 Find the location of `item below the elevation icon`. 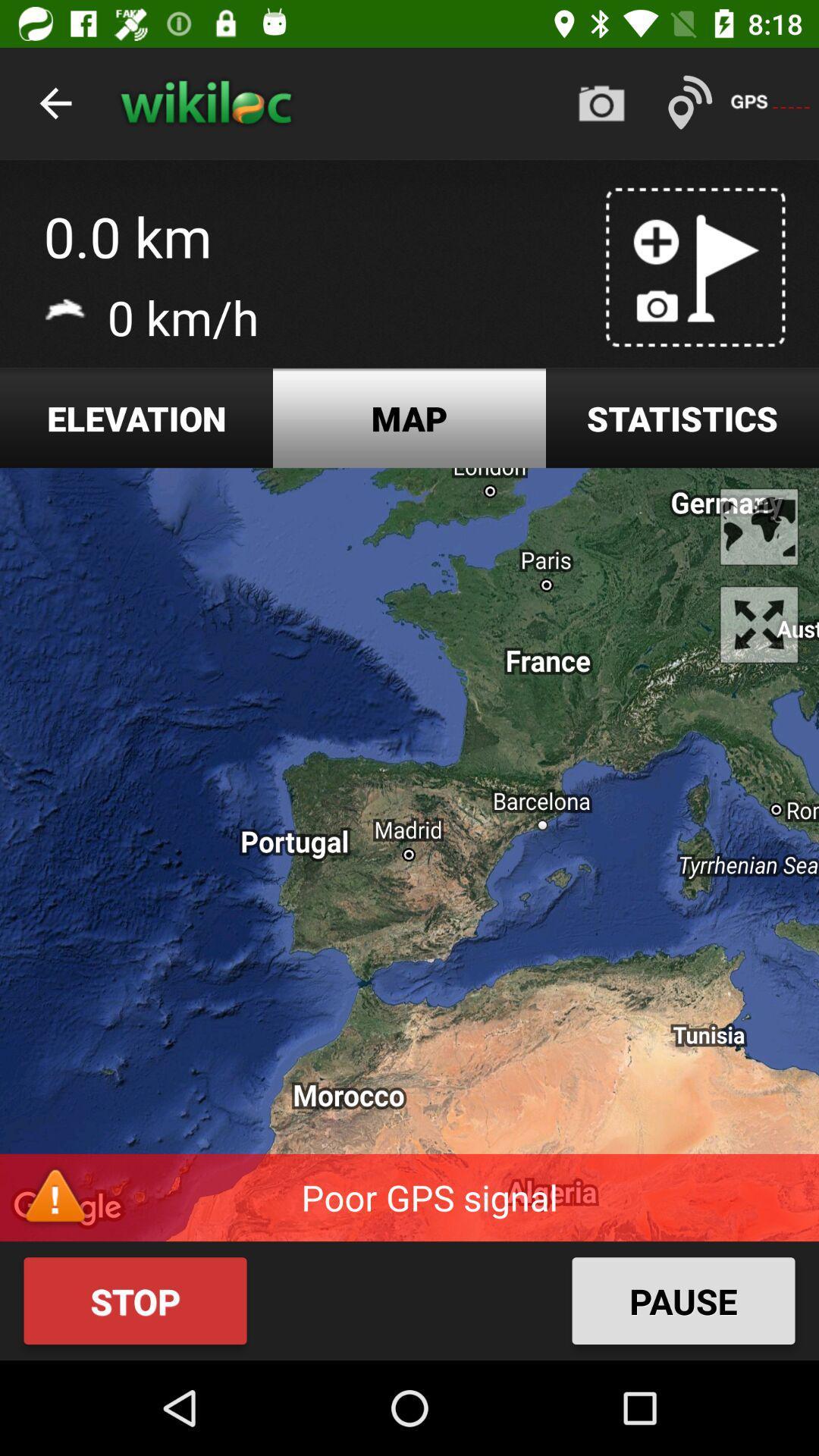

item below the elevation icon is located at coordinates (409, 855).